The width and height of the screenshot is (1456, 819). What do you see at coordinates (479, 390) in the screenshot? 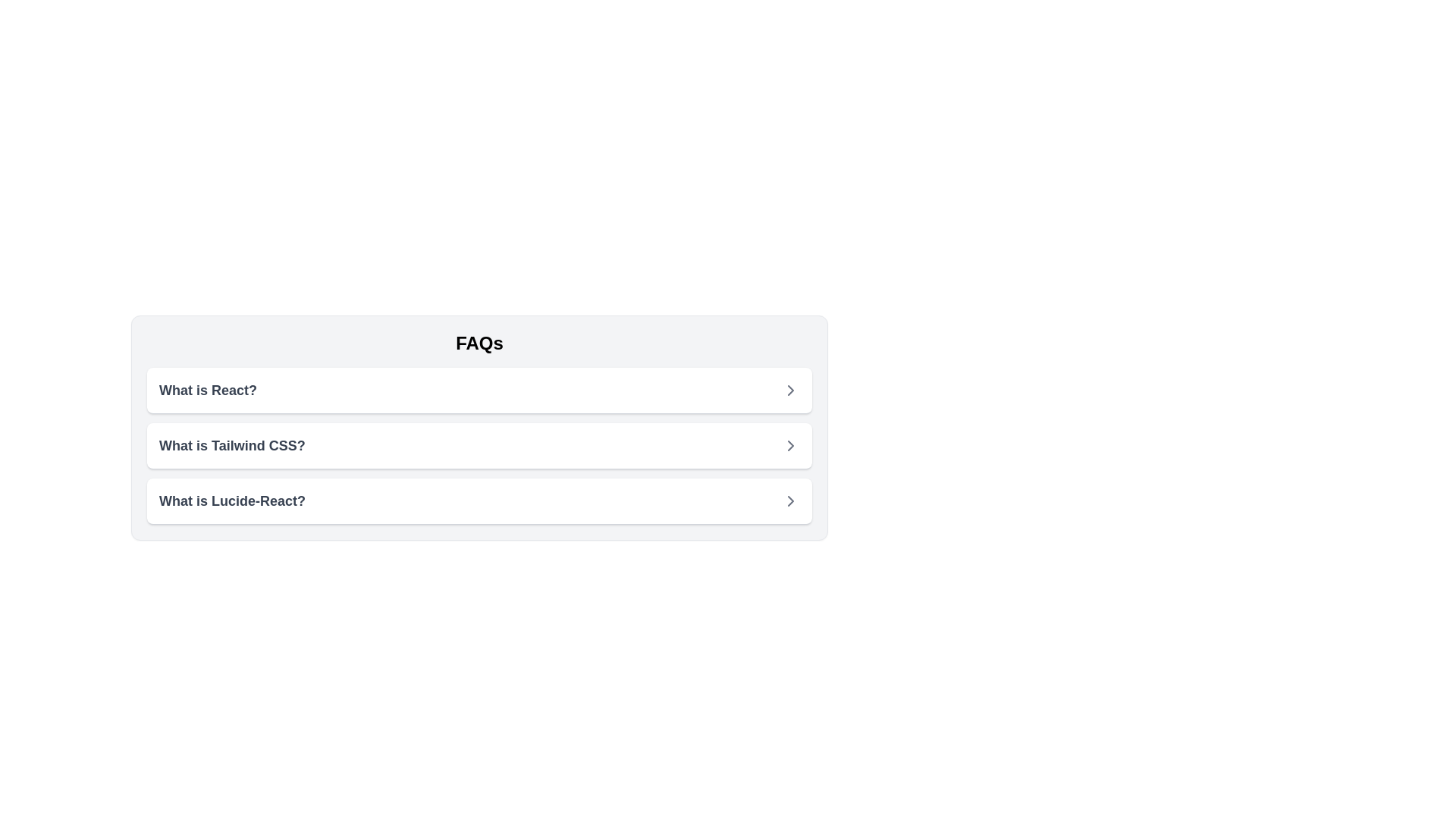
I see `the topmost Expandable List Item labeled 'What is React?' under the 'FAQs' section` at bounding box center [479, 390].